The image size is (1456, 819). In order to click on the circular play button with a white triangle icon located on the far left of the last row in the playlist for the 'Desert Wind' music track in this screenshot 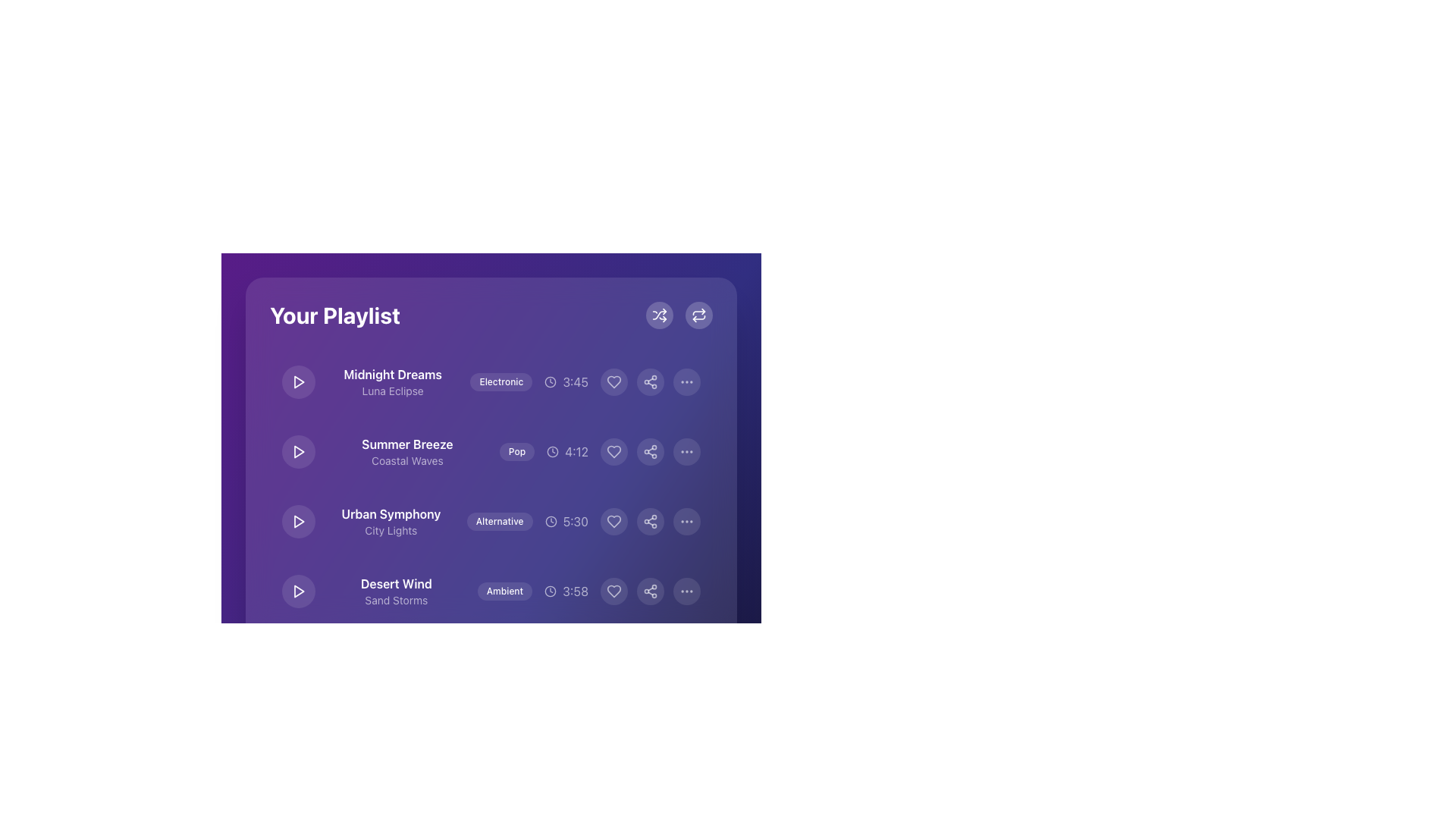, I will do `click(298, 590)`.